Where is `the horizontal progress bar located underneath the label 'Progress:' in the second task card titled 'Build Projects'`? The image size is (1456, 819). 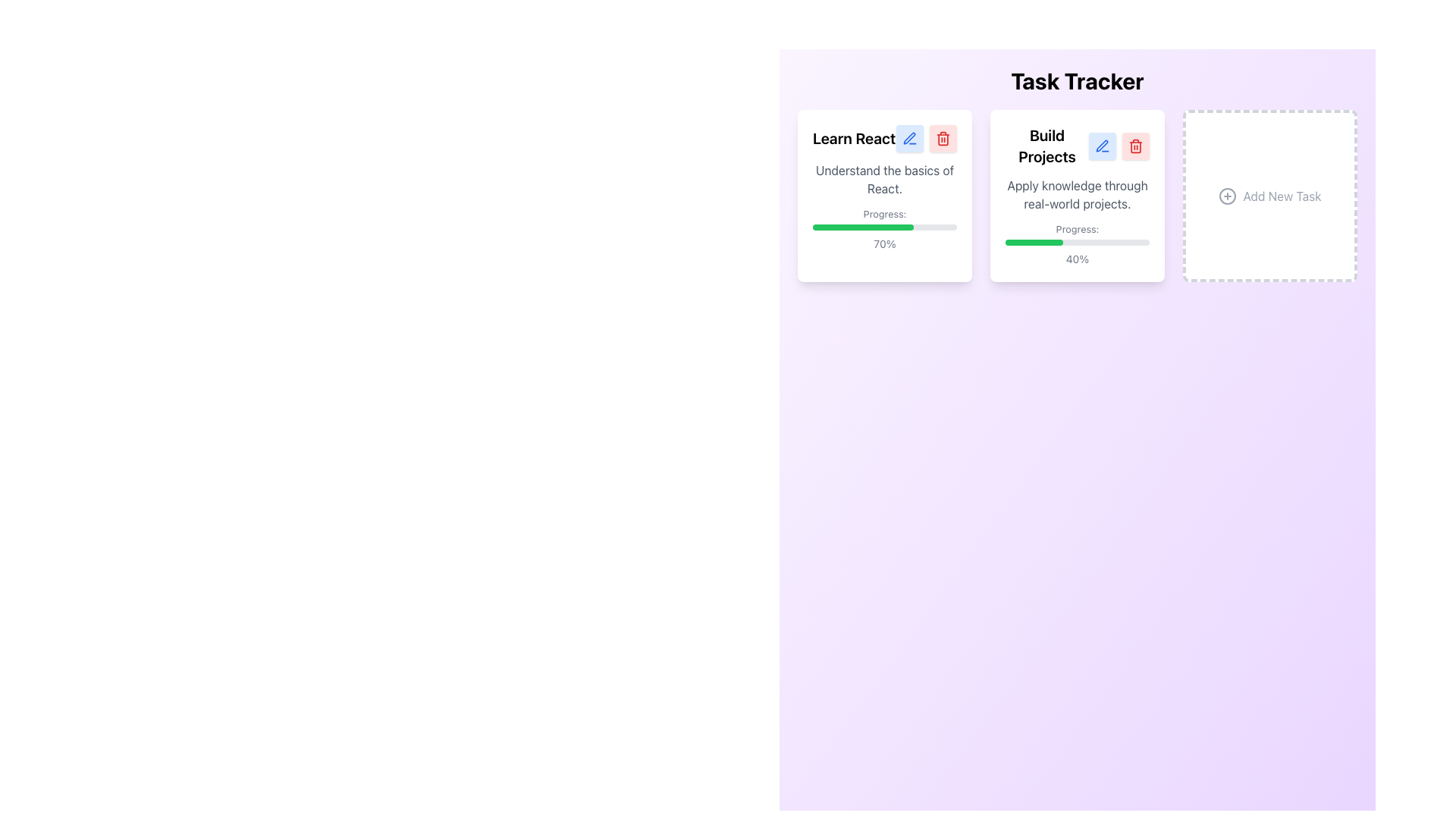 the horizontal progress bar located underneath the label 'Progress:' in the second task card titled 'Build Projects' is located at coordinates (1076, 242).